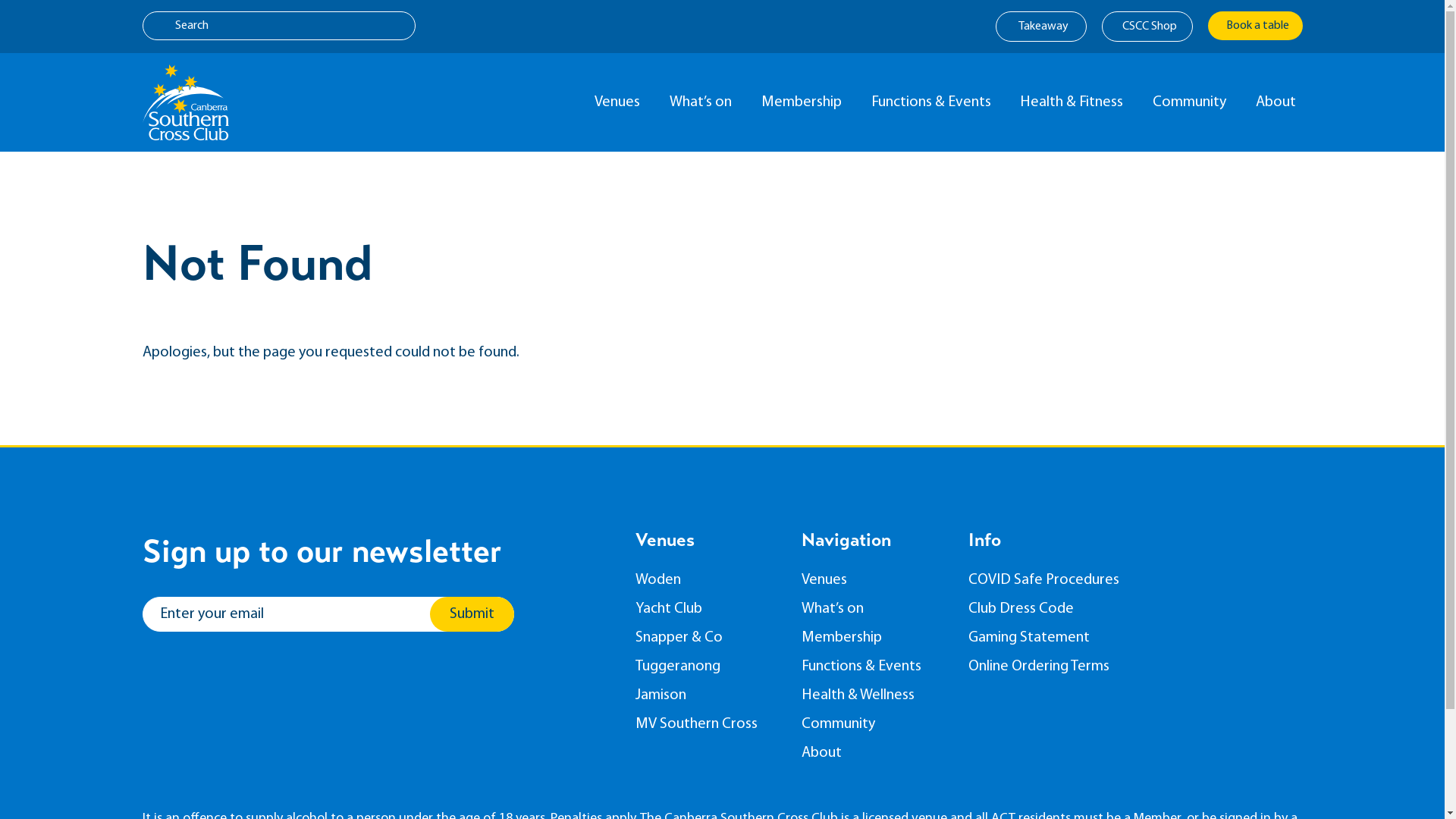 The height and width of the screenshot is (819, 1456). I want to click on 'Functions & Events', so click(933, 102).